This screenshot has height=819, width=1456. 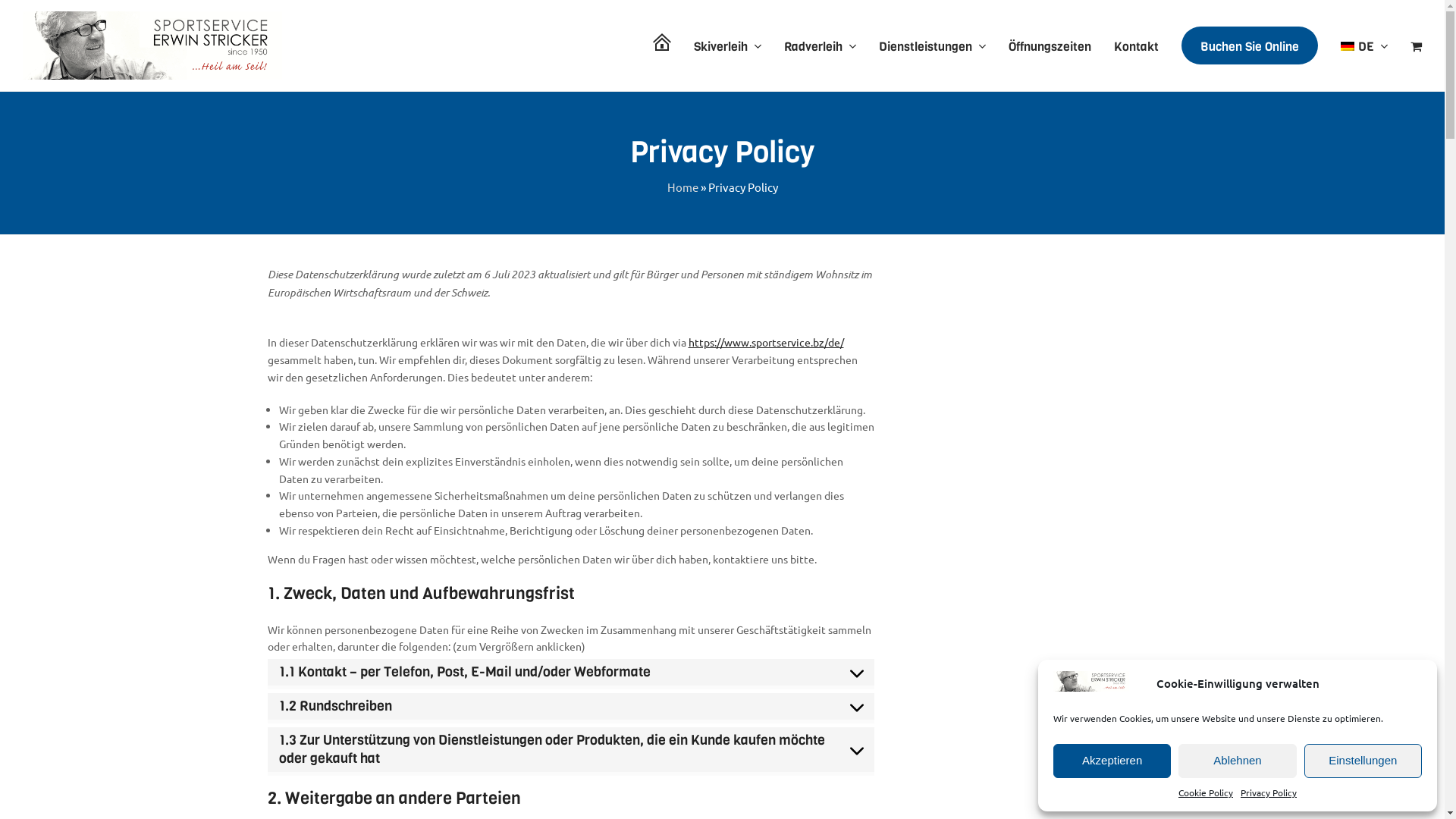 What do you see at coordinates (726, 45) in the screenshot?
I see `'Skiverleih'` at bounding box center [726, 45].